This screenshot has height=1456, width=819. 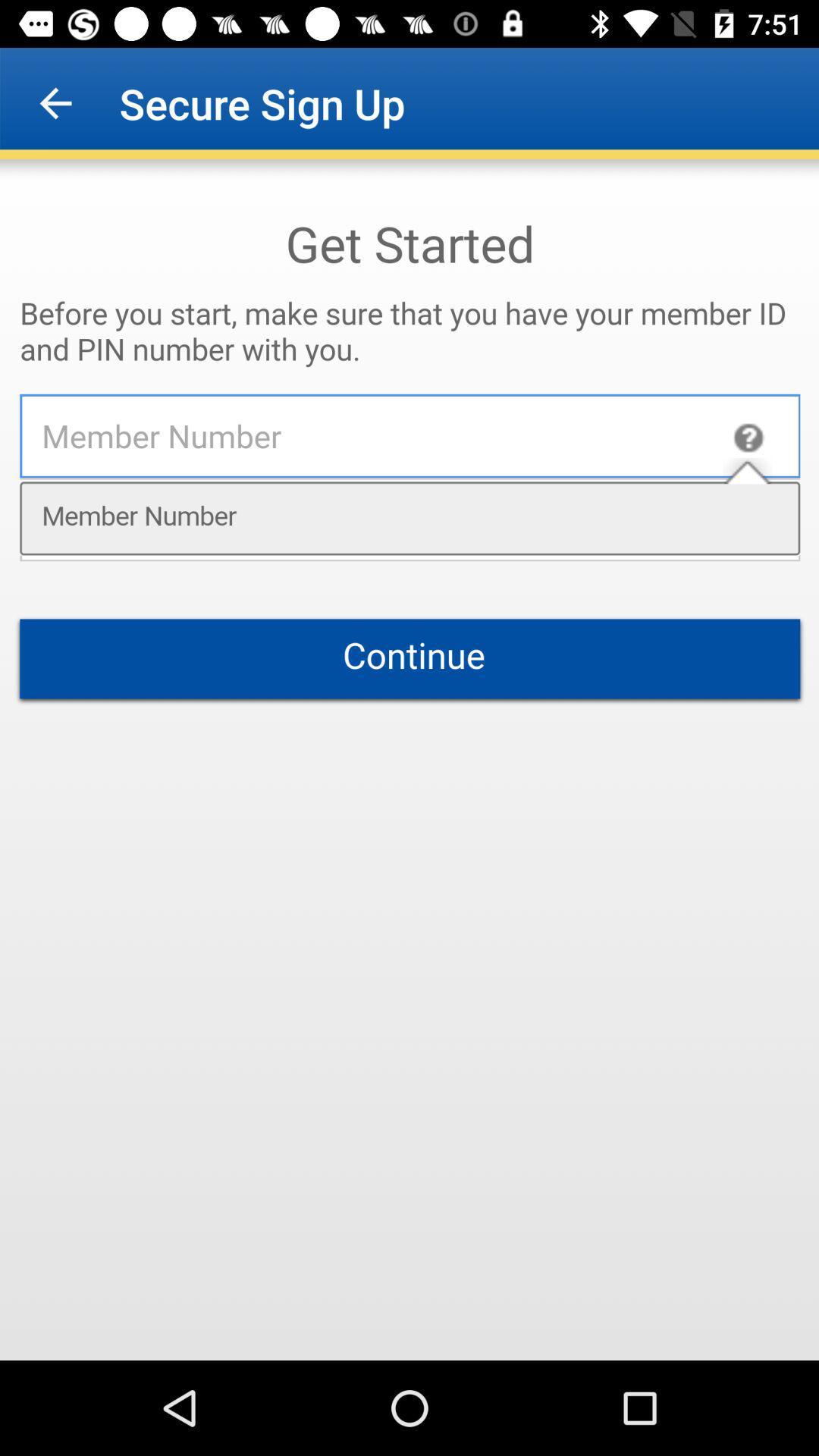 I want to click on fill out information, so click(x=409, y=760).